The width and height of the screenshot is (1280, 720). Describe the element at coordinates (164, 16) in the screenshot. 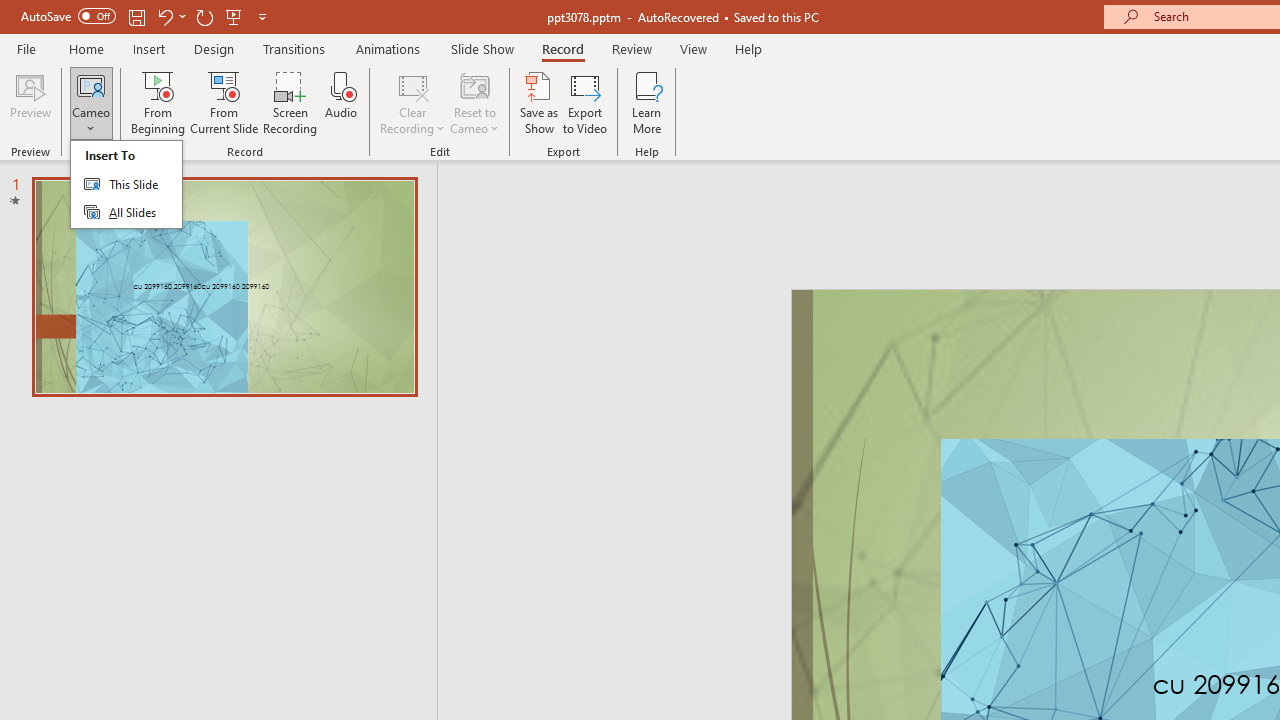

I see `'Undo'` at that location.